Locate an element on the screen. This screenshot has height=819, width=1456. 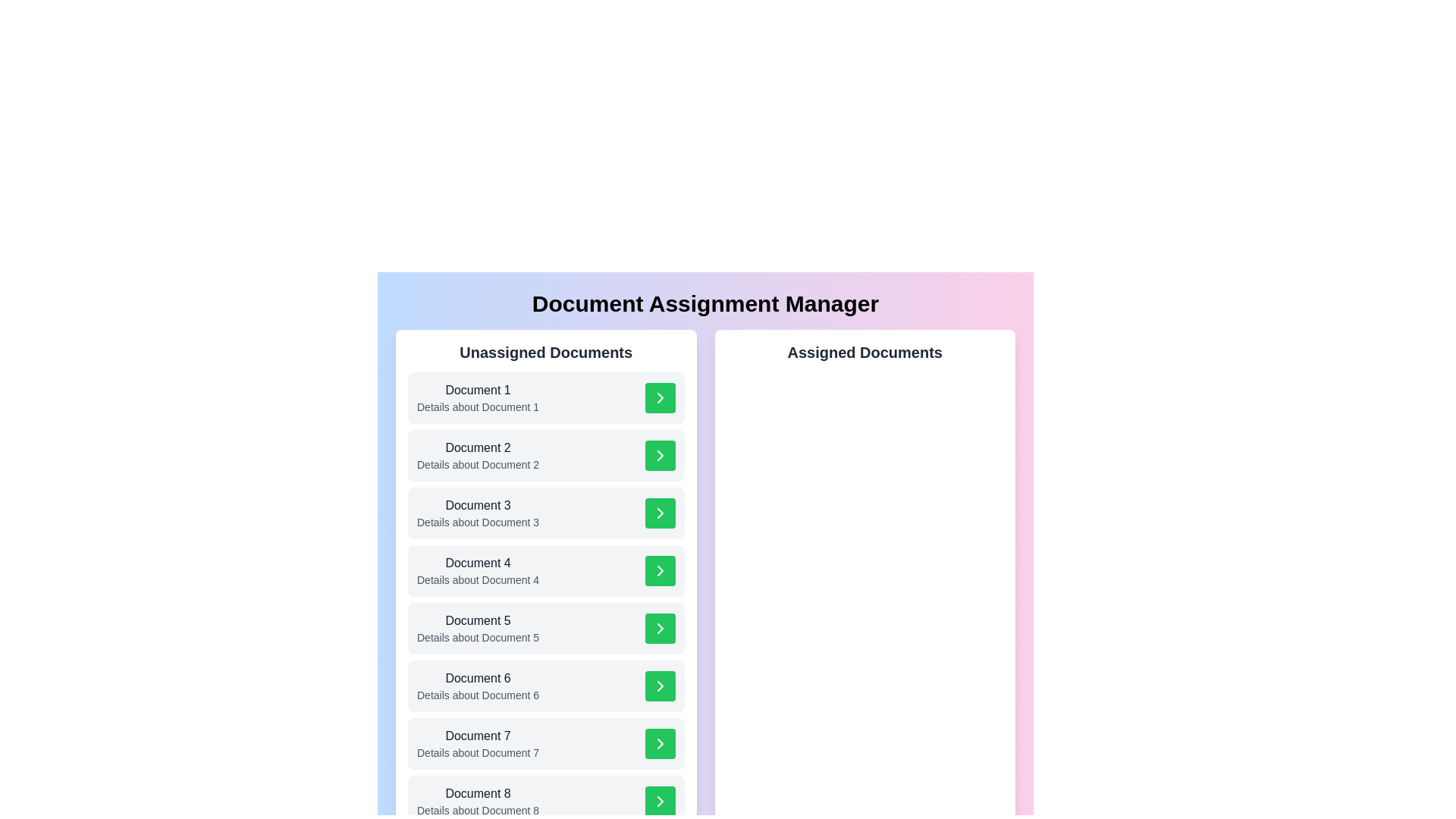
the green rectangular button with rounded corners that has a white chevron pointing to the right, located in the rightmost section corresponding to 'Document 7' is located at coordinates (660, 742).